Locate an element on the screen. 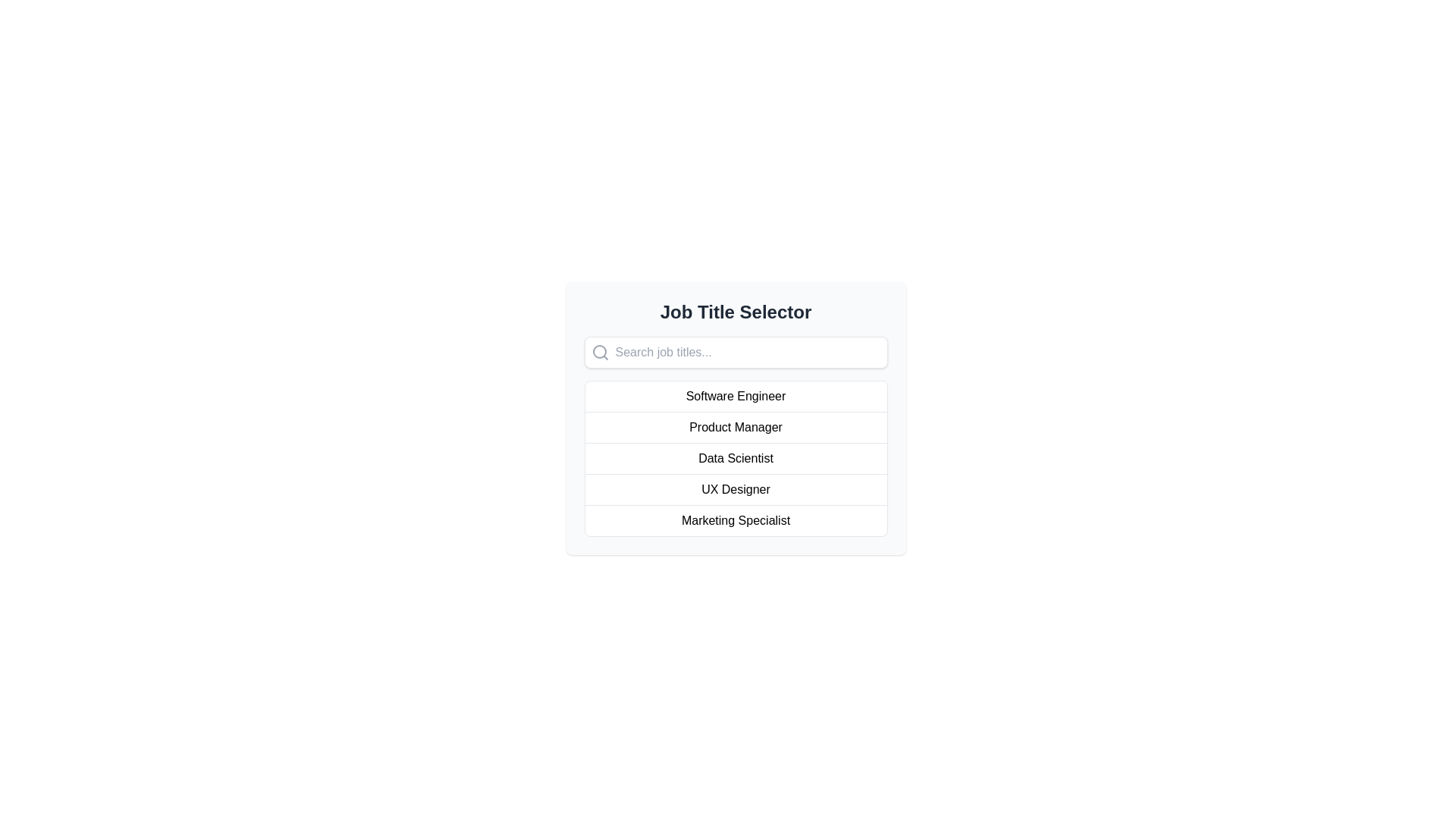 The height and width of the screenshot is (819, 1456). the 'Data Scientist' option in the selectable list item component, which is the third item in a vertical list of five options is located at coordinates (736, 457).